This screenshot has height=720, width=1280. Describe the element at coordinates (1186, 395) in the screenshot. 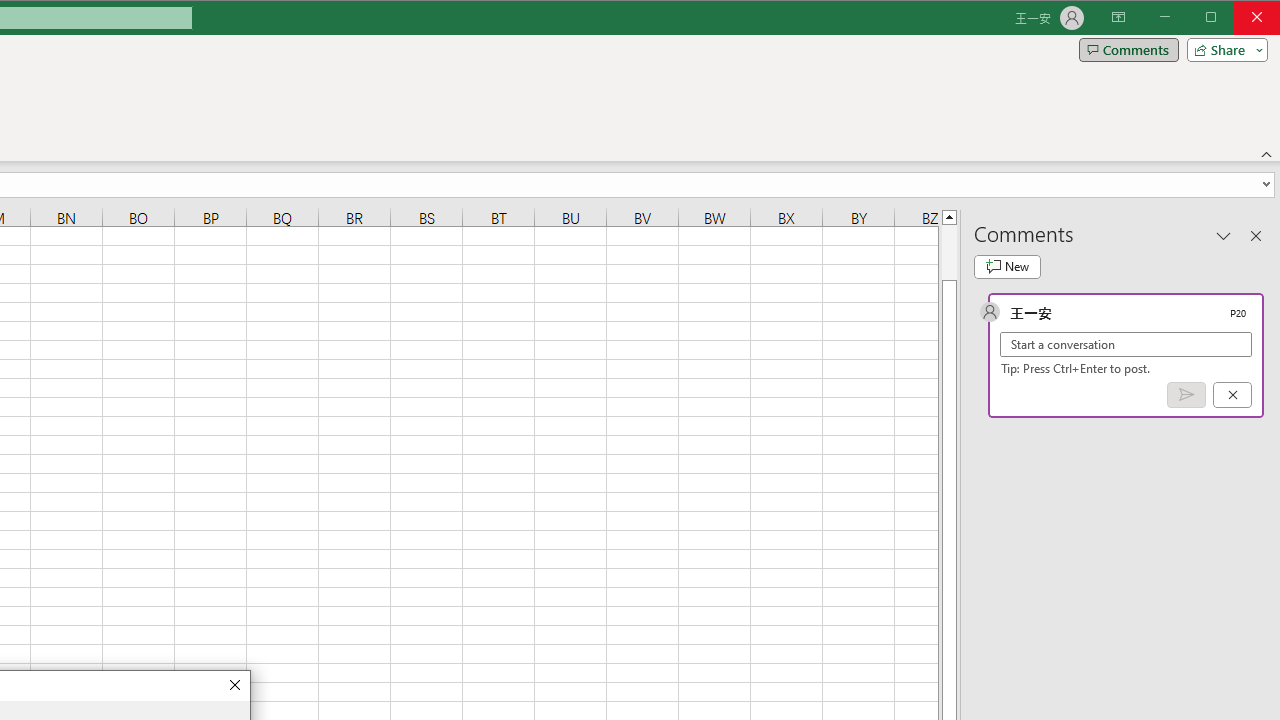

I see `'Post comment (Ctrl + Enter)'` at that location.